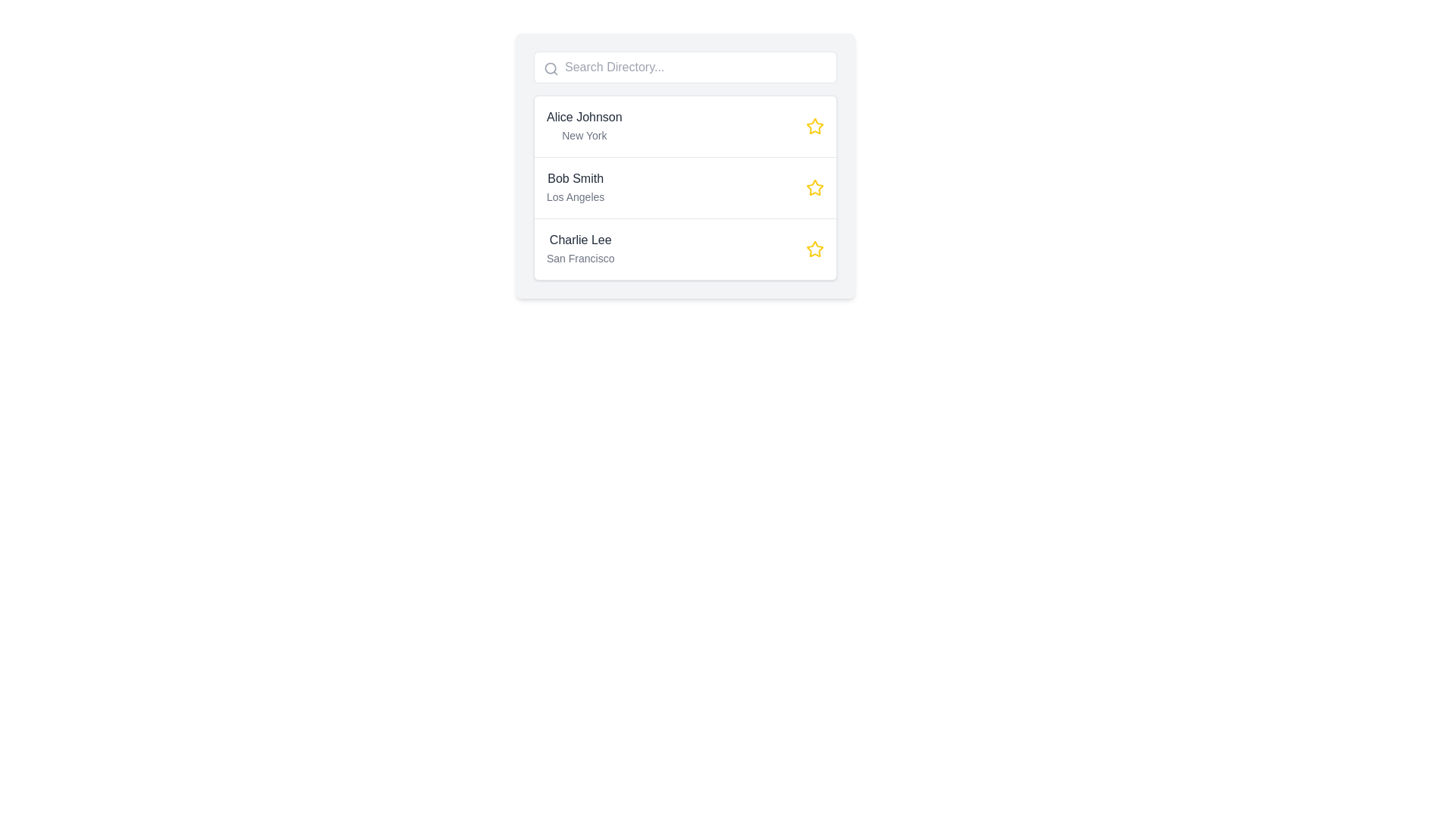  What do you see at coordinates (814, 248) in the screenshot?
I see `the star icon located at the far-right side of the entry labeled 'Charlie Lee' and 'San Francisco'` at bounding box center [814, 248].